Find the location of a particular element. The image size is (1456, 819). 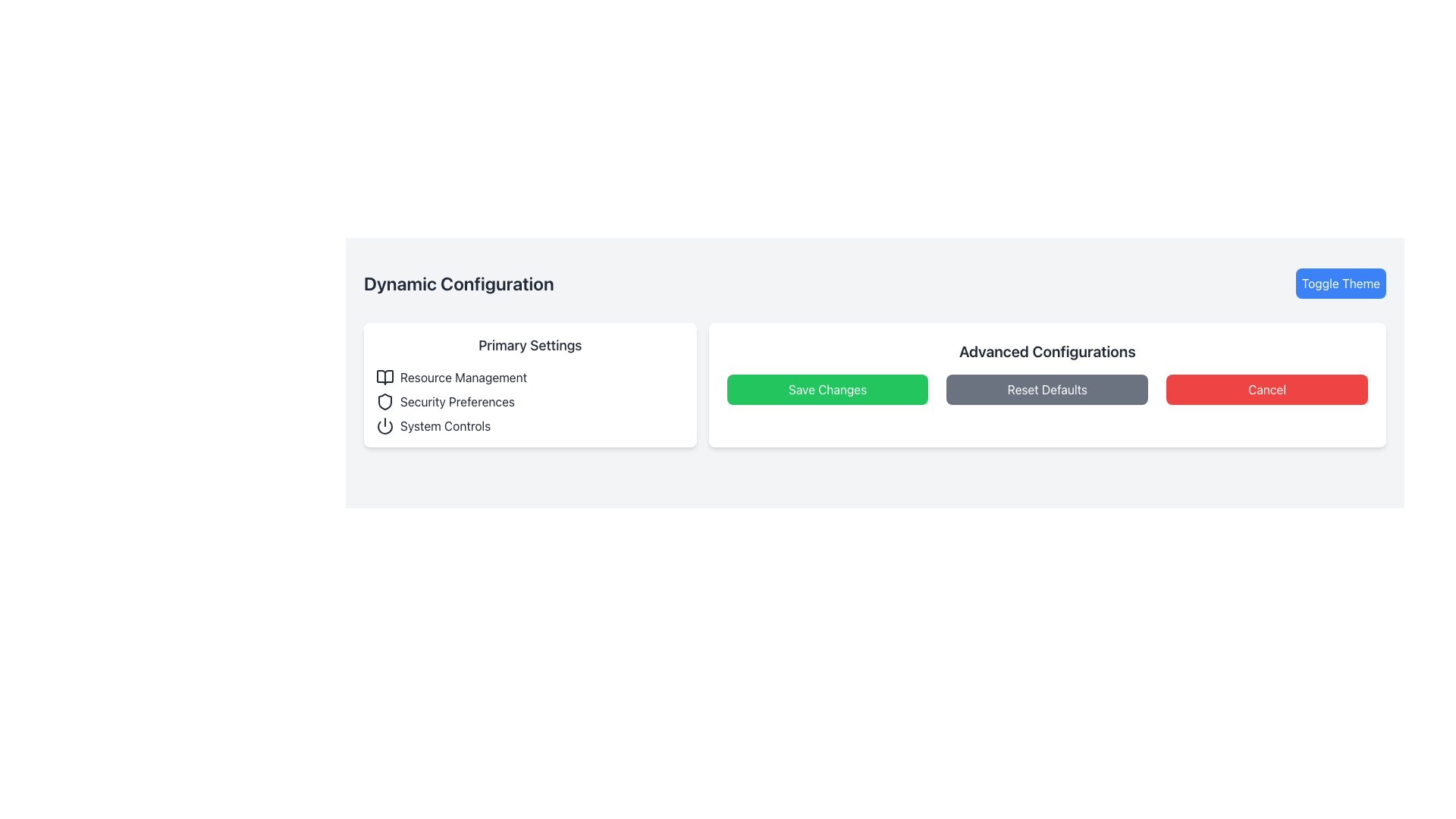

the 'Save Changes' button with a bright green background and white text to observe a color change is located at coordinates (827, 388).